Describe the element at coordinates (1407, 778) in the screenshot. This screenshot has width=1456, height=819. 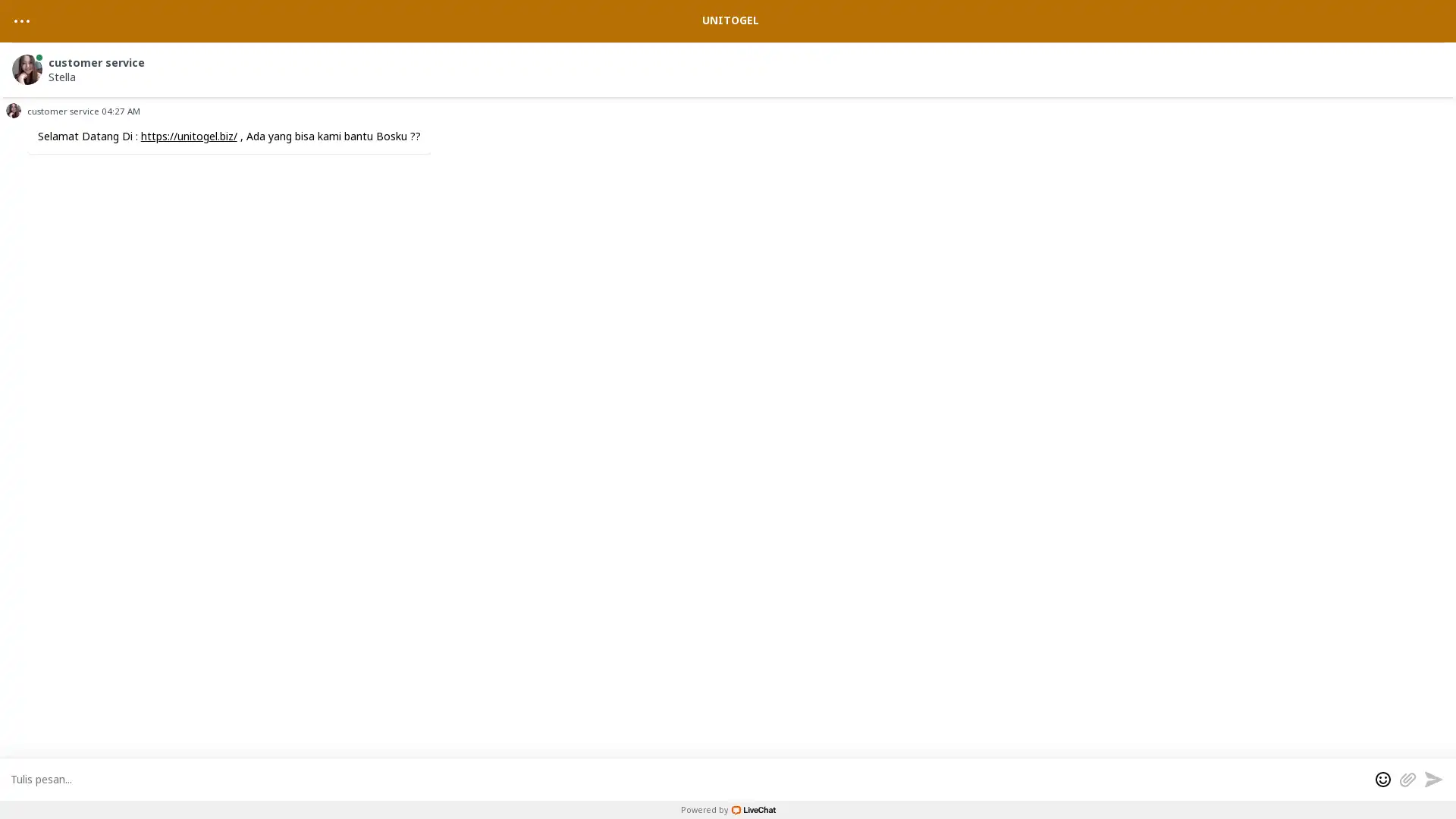
I see `Send a file` at that location.